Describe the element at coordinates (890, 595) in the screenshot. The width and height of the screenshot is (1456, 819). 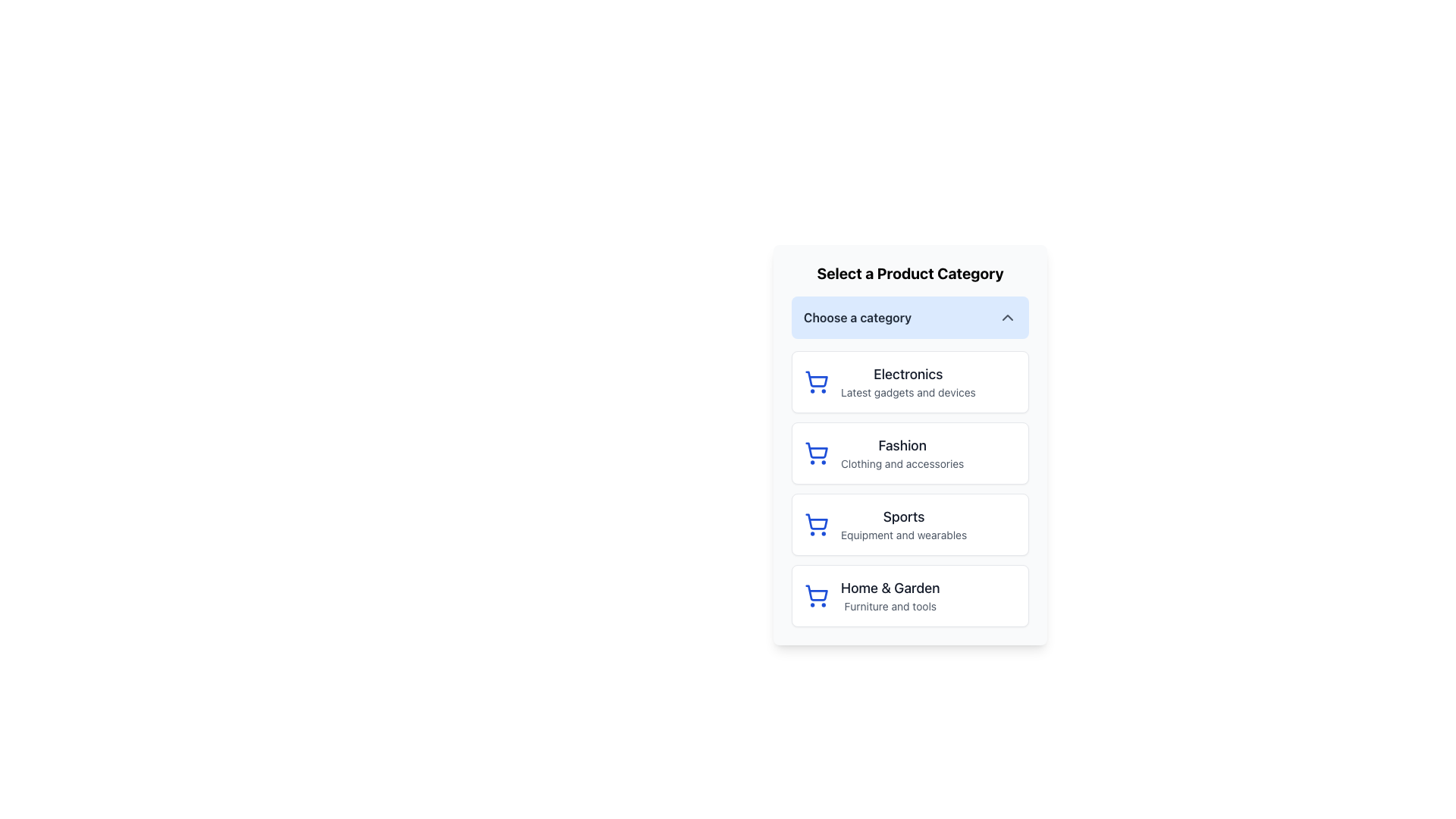
I see `the 'Home & Garden' text label in the fourth card of the vertical category list` at that location.